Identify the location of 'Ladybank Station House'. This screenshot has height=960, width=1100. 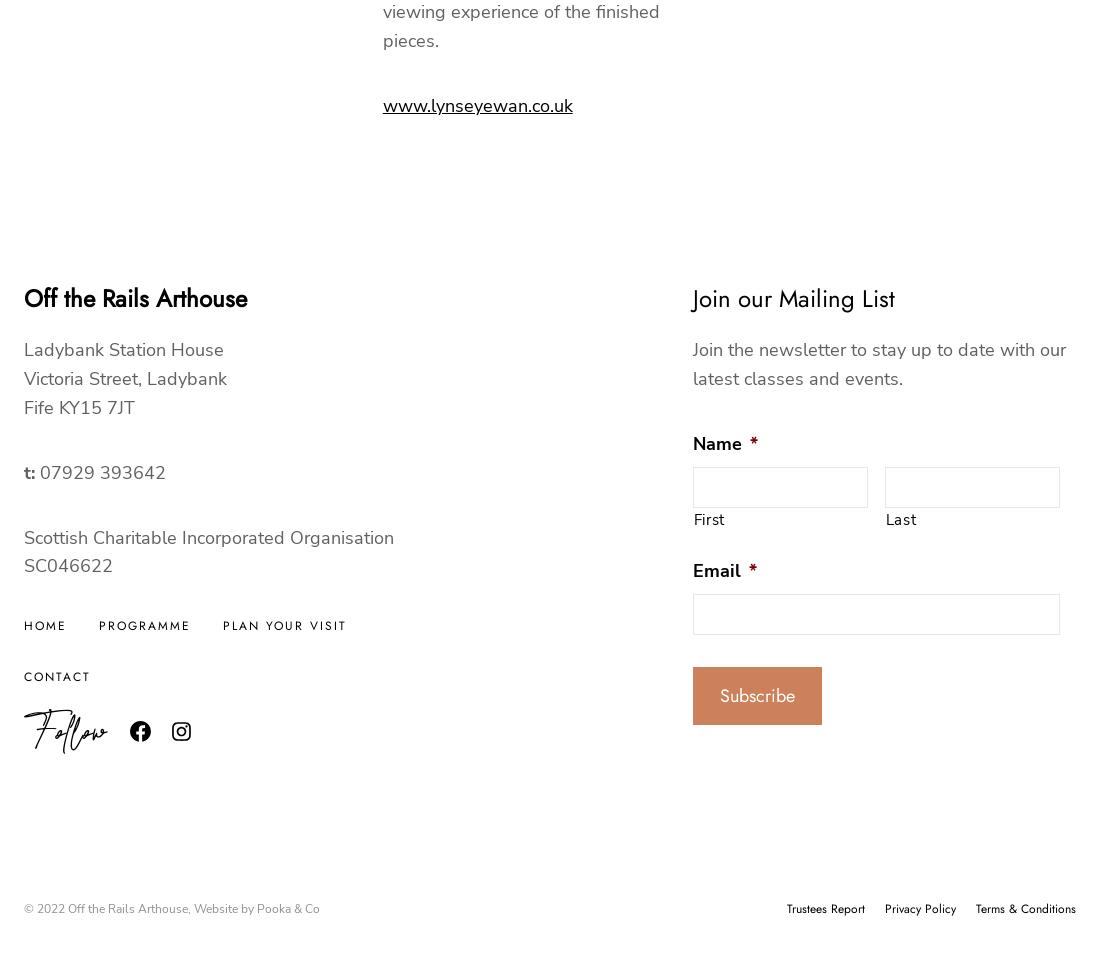
(123, 350).